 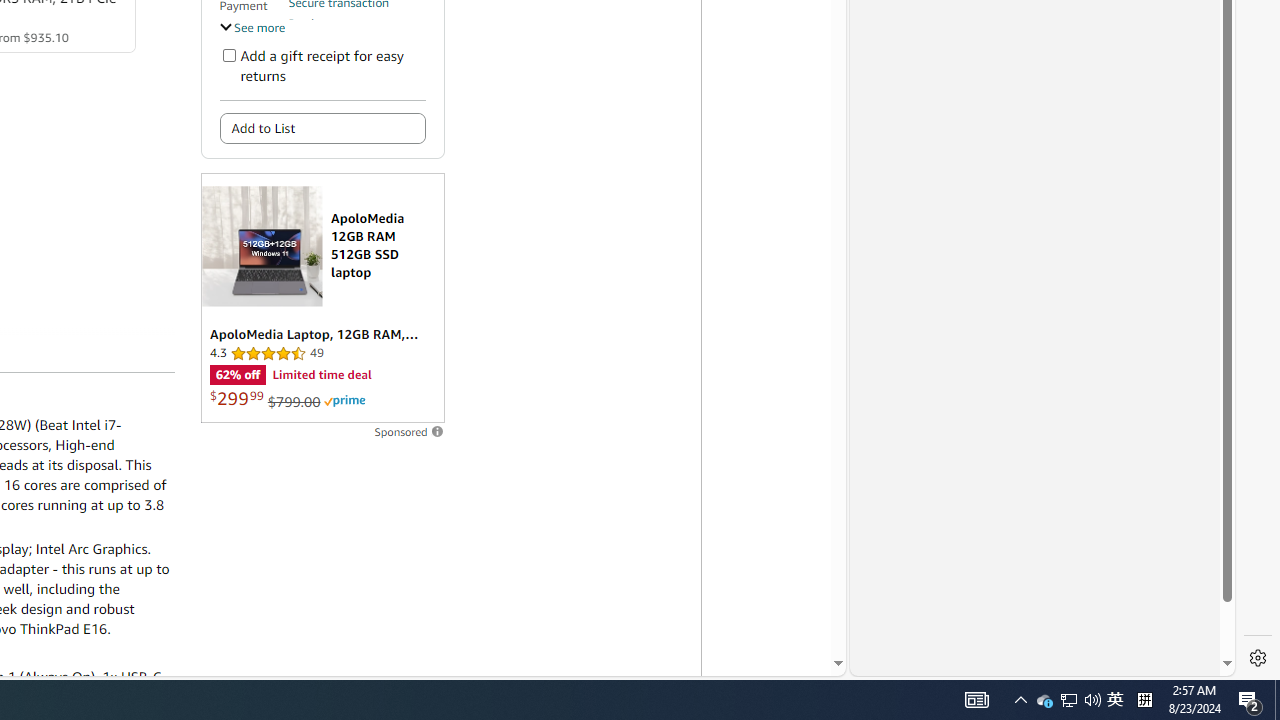 I want to click on 'Sponsored ad', so click(x=322, y=298).